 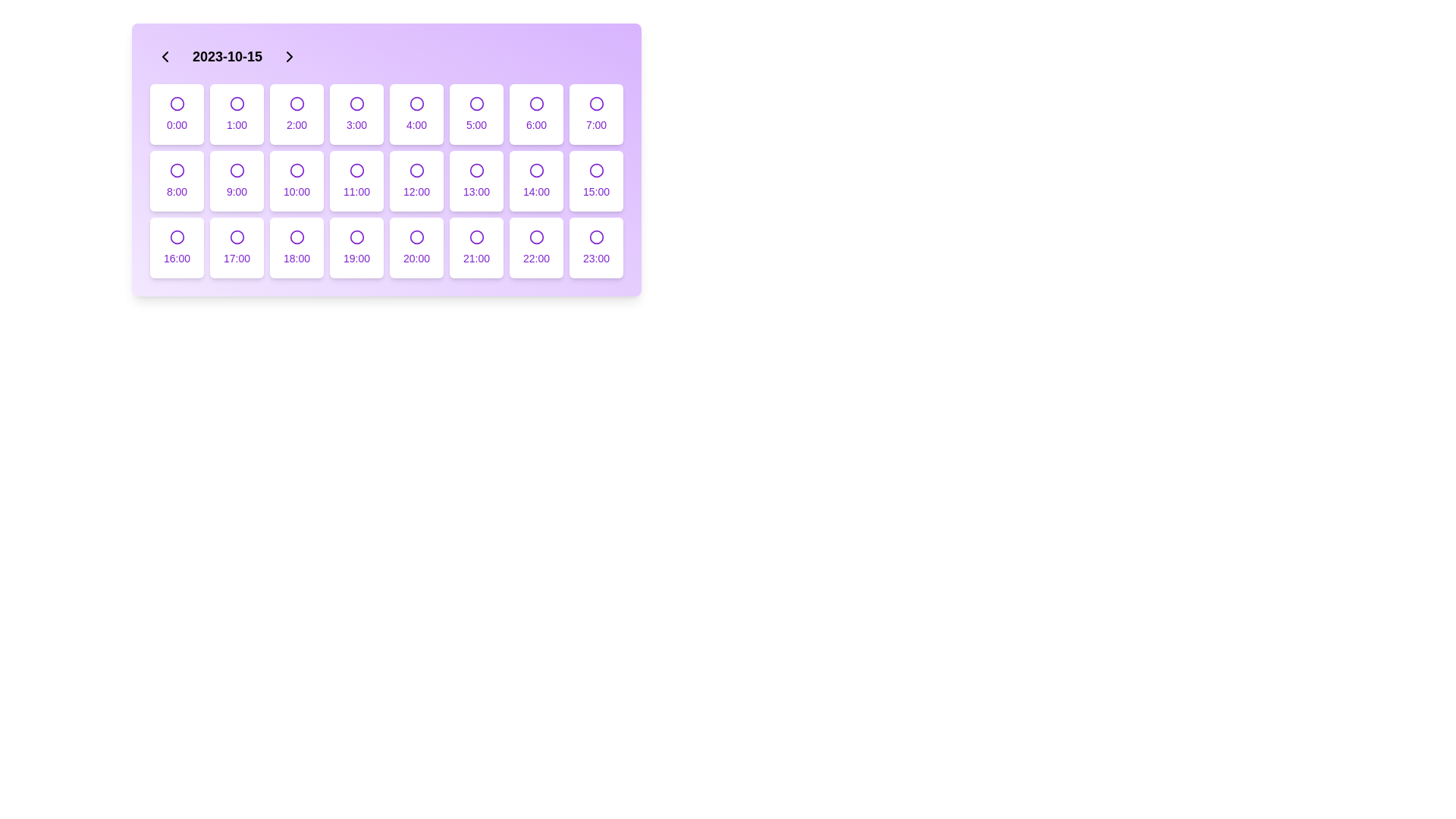 I want to click on the selectable time slot button displaying '14:00' located in the third row, fourth column of the grid layout, so click(x=536, y=180).